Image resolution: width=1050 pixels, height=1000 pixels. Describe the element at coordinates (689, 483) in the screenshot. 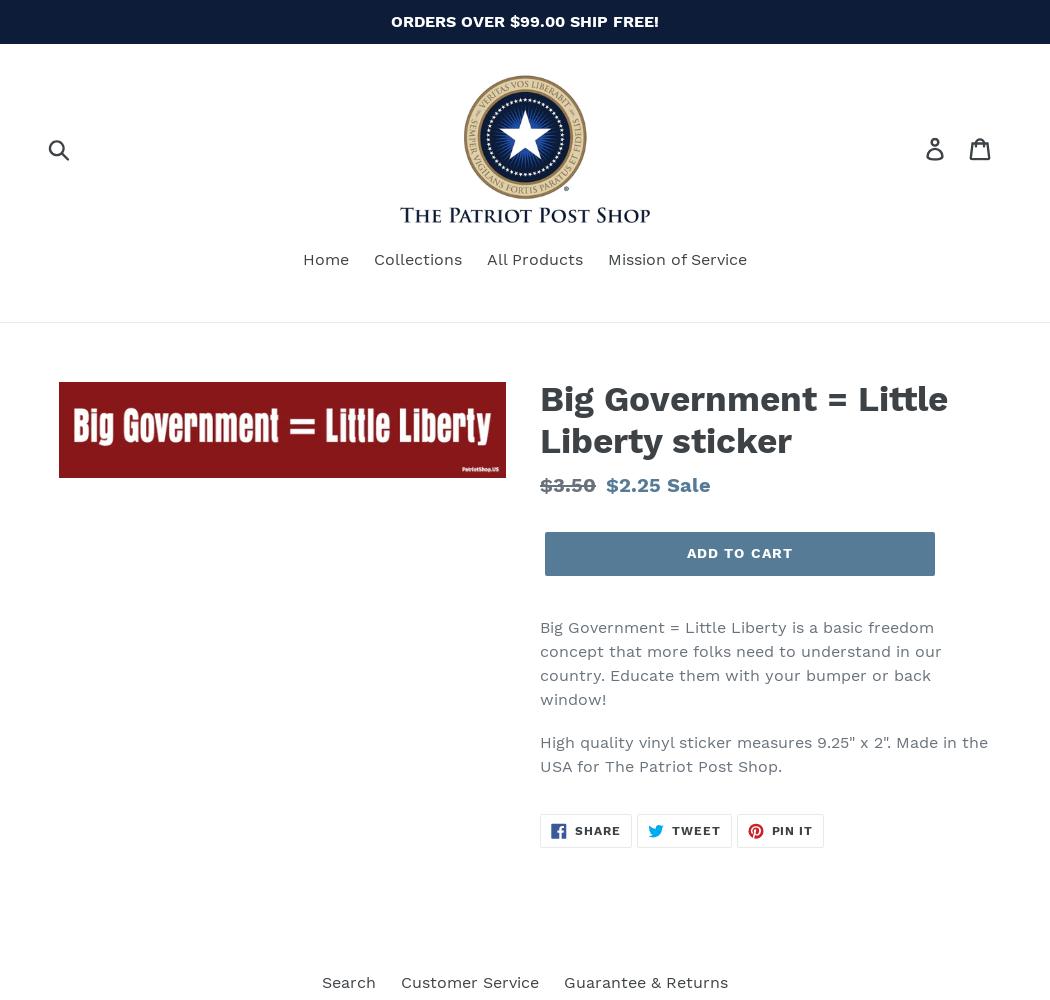

I see `'Sale'` at that location.